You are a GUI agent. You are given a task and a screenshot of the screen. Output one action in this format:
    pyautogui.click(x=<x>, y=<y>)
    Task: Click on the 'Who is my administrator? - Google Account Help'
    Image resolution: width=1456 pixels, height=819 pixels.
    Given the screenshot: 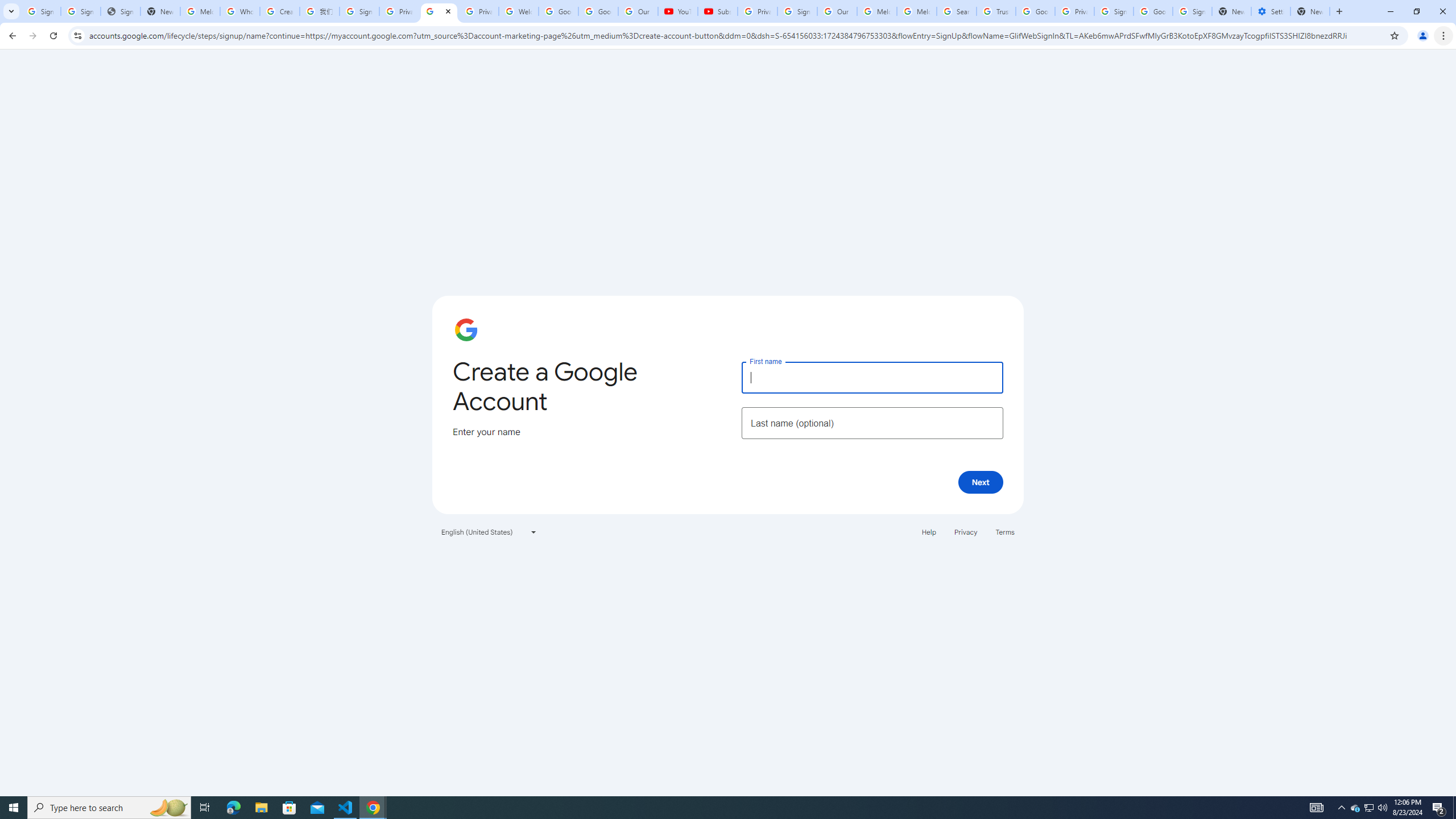 What is the action you would take?
    pyautogui.click(x=239, y=11)
    